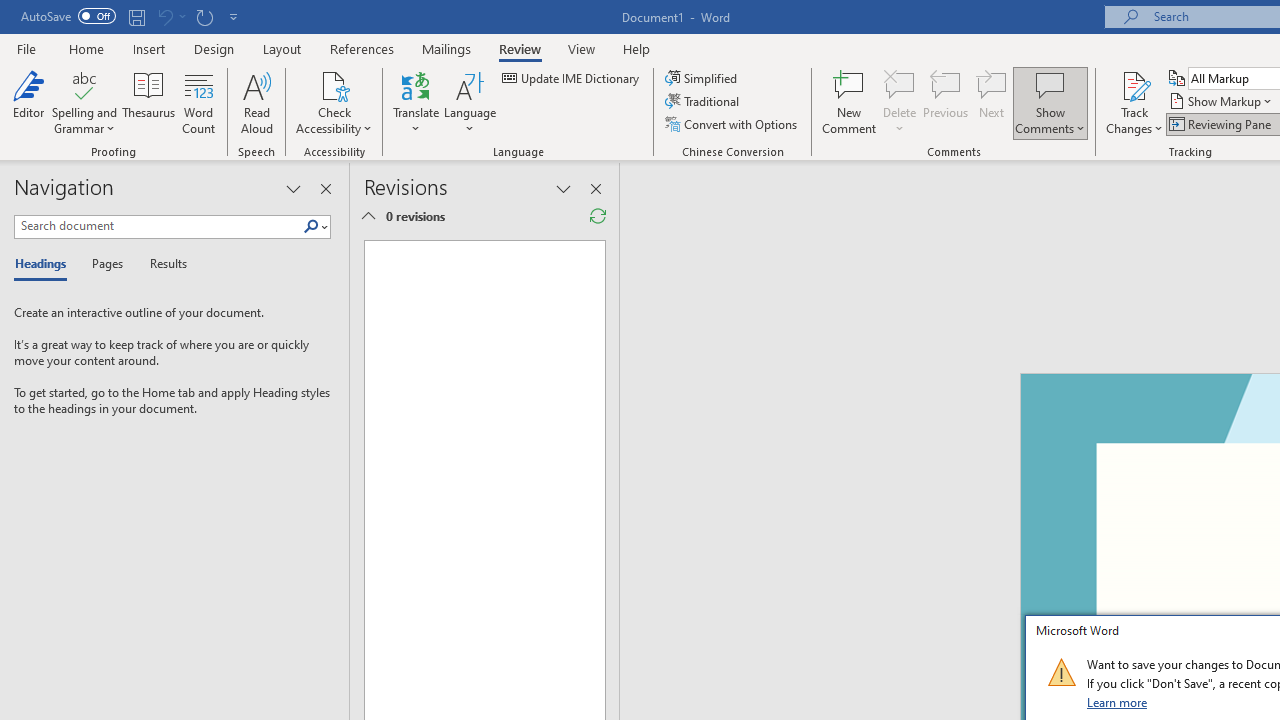 The height and width of the screenshot is (720, 1280). Describe the element at coordinates (596, 216) in the screenshot. I see `'Refresh Reviewing Pane'` at that location.